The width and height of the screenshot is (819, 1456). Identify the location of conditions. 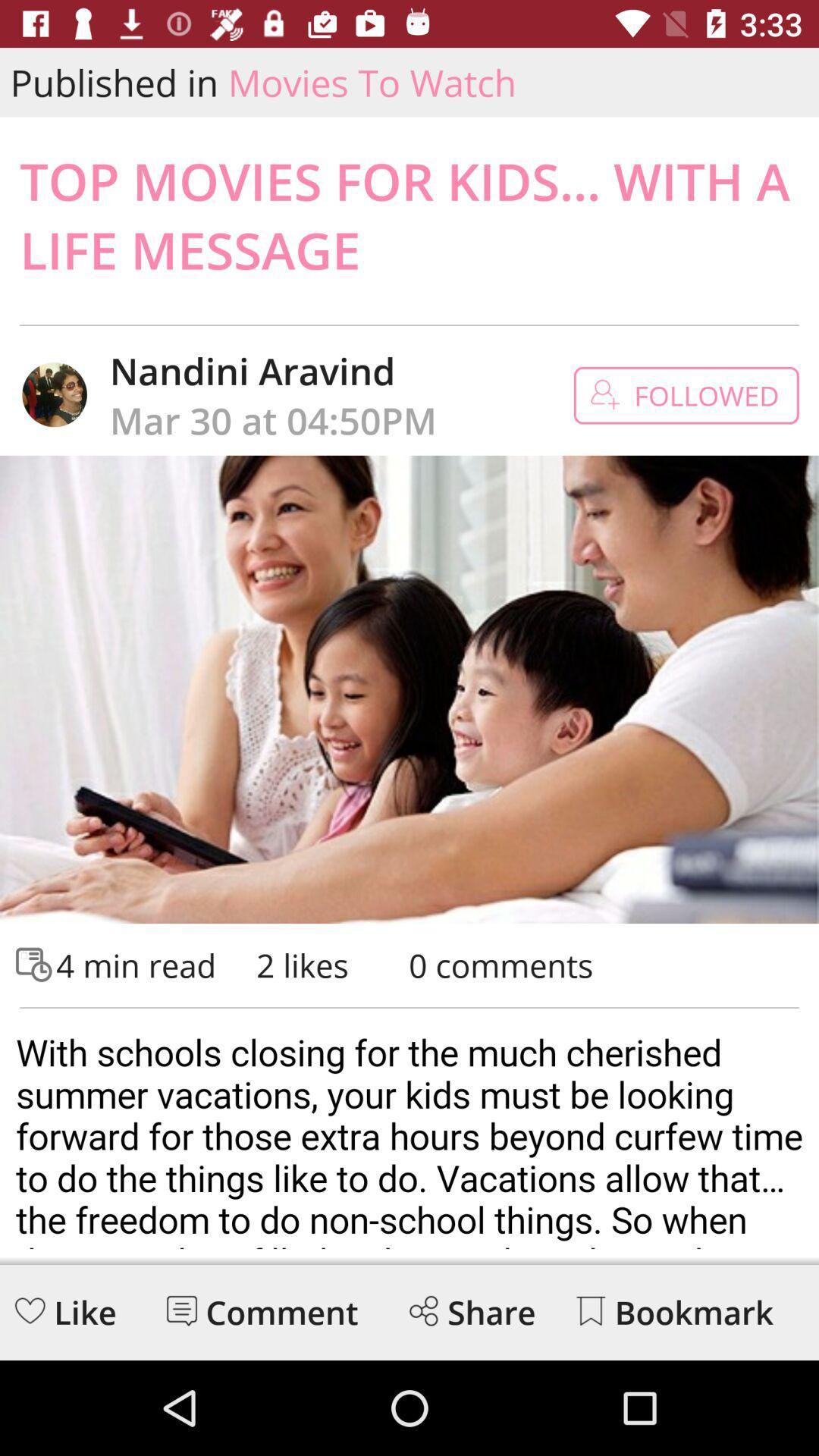
(409, 1134).